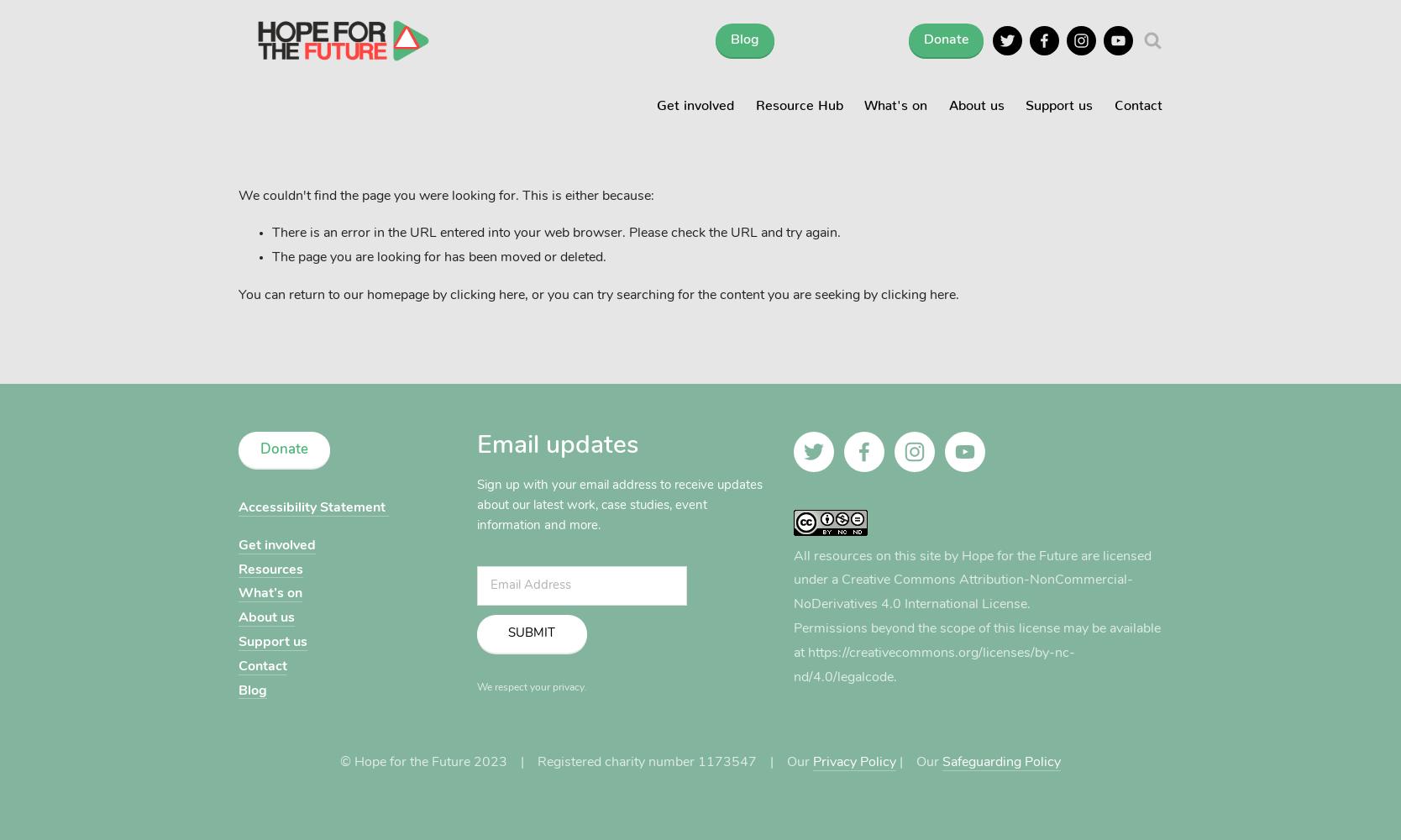 This screenshot has height=840, width=1401. I want to click on 'are licensed under a', so click(972, 568).